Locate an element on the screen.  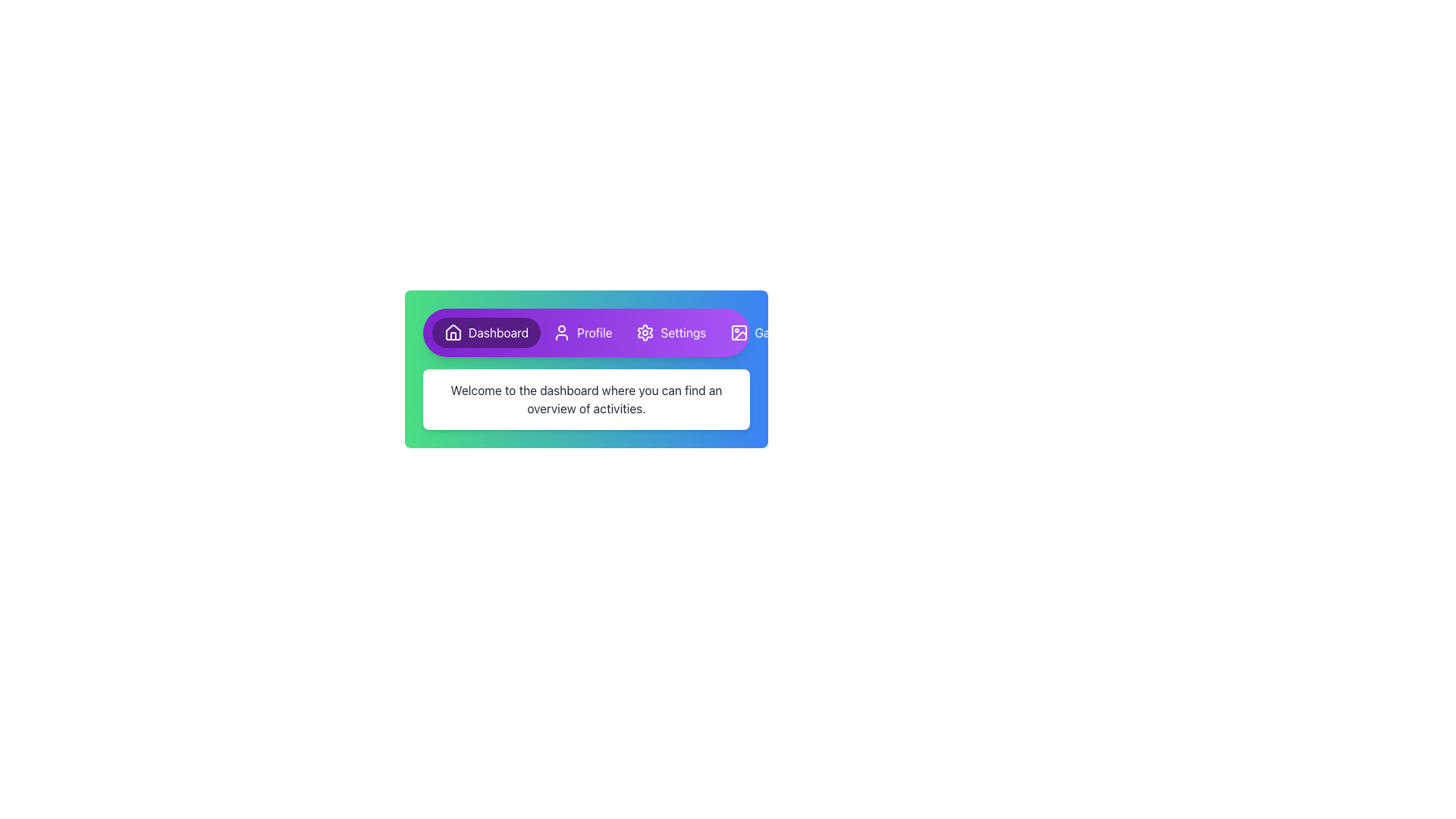
the horizontally elongated purple button labeled 'Profile' with a user profile icon is located at coordinates (582, 332).